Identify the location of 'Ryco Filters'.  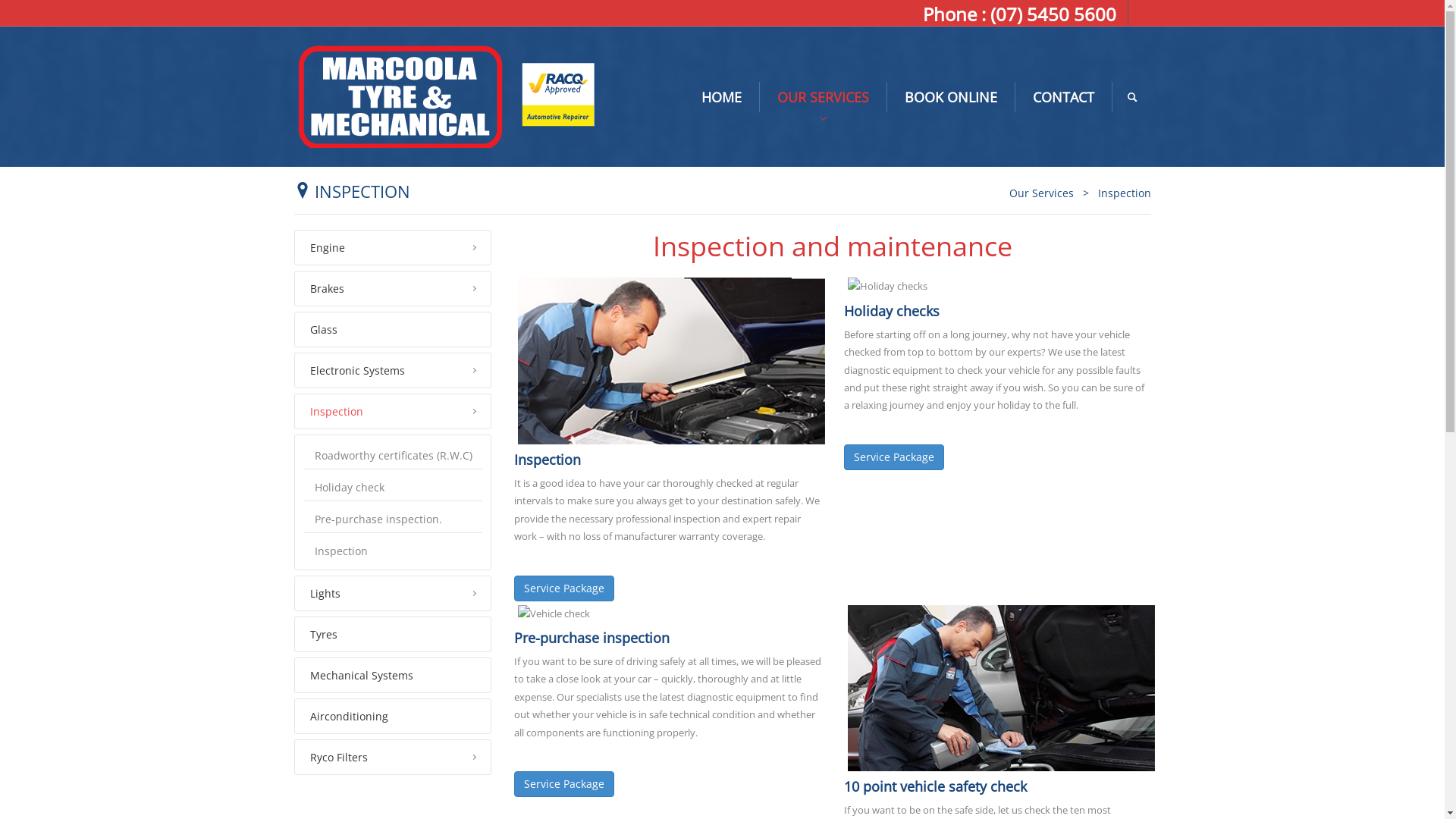
(393, 757).